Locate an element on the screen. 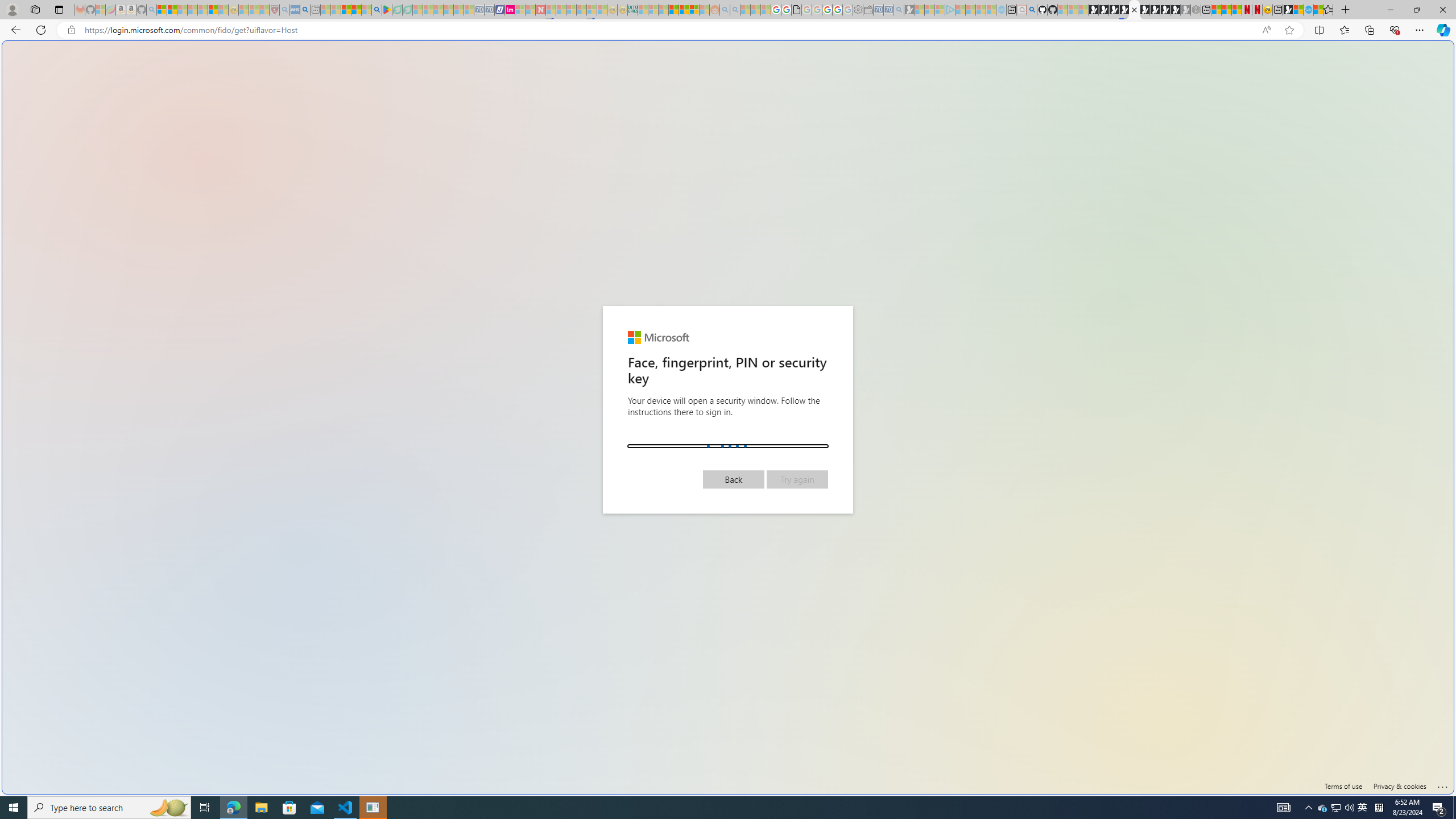  'Microsoft' is located at coordinates (658, 337).